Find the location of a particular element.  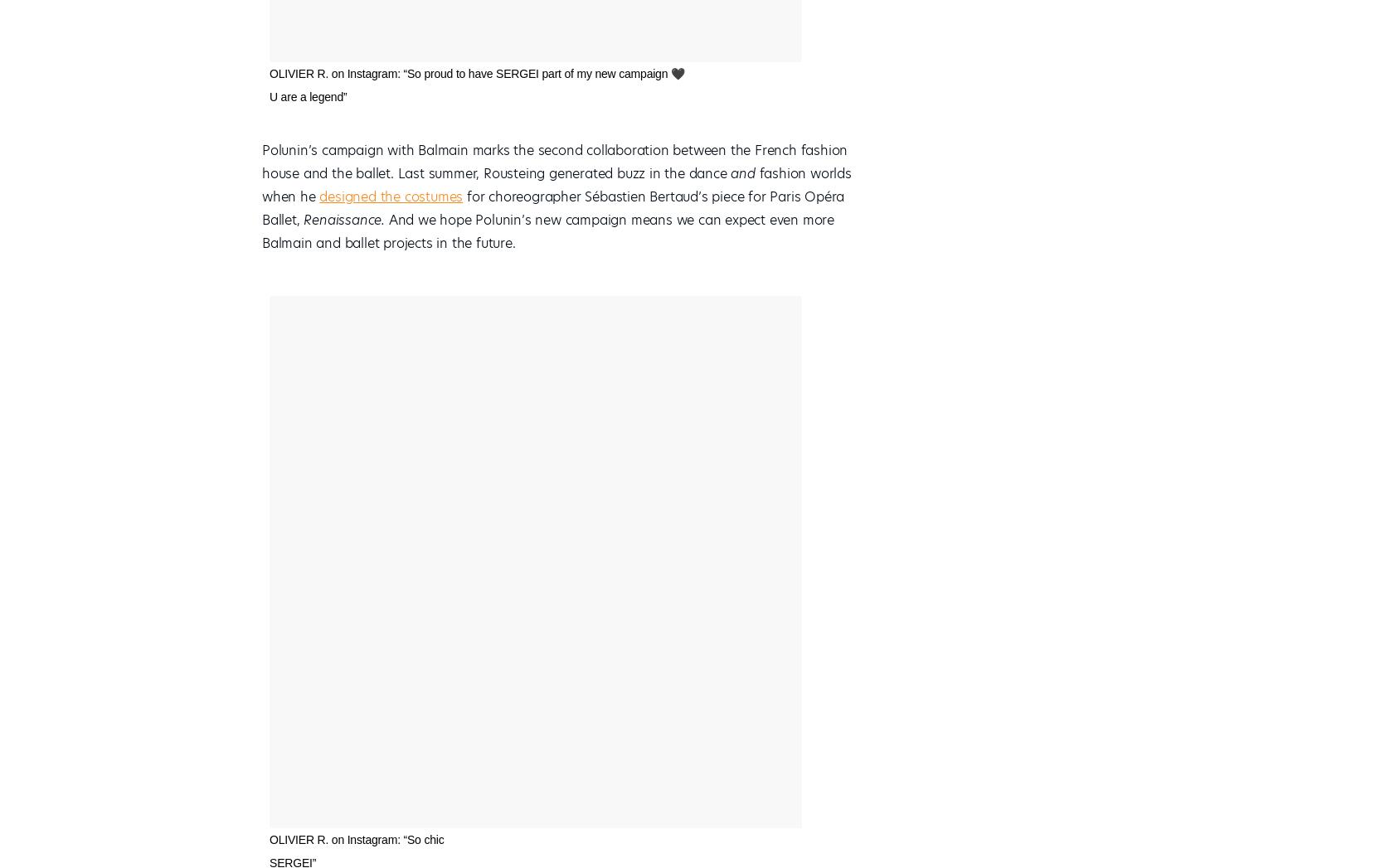

'And we hope Polunin’s new campaign means we can expect even more Balmain and ballet projects in the future.' is located at coordinates (548, 231).